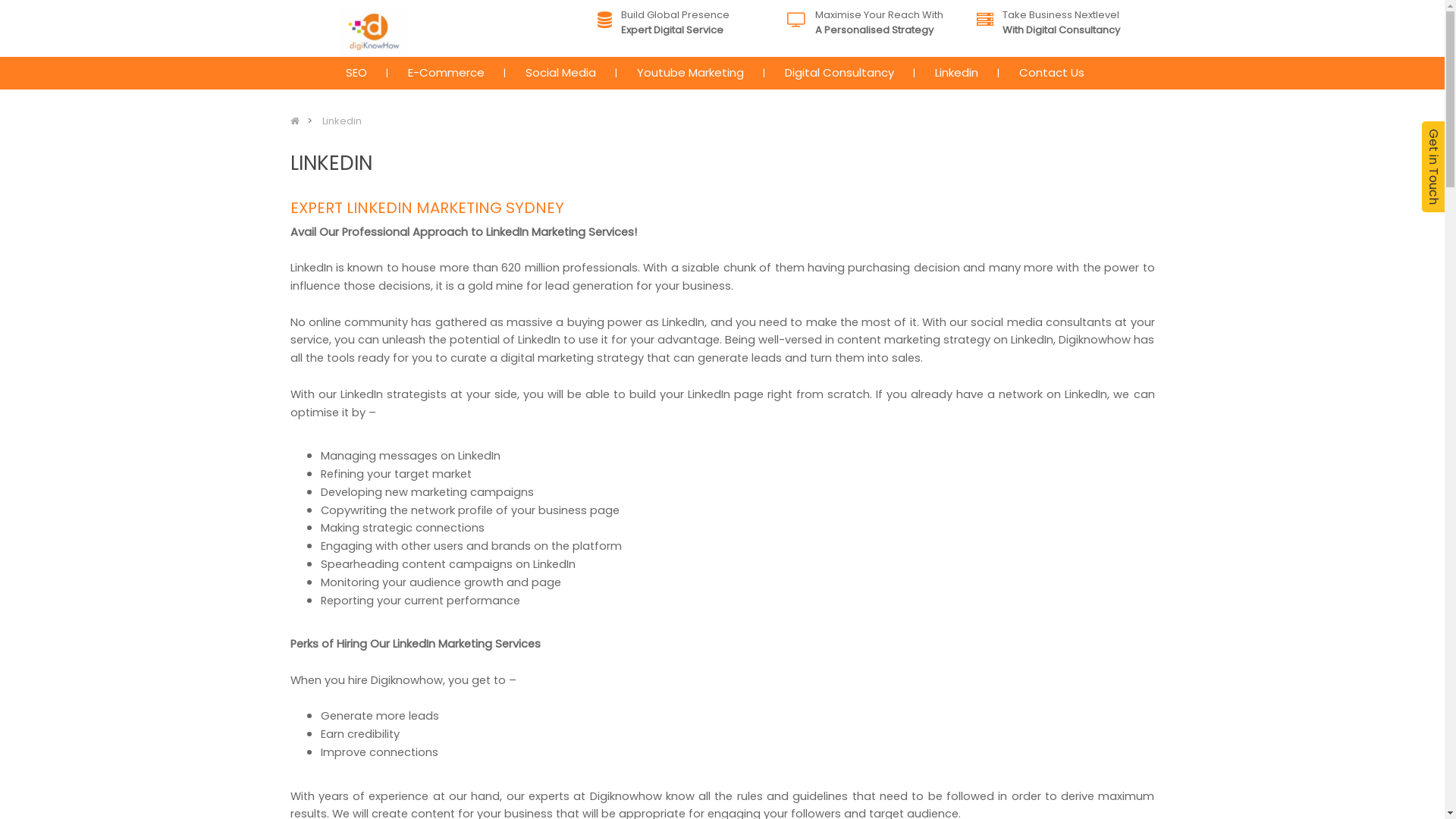 The width and height of the screenshot is (1456, 819). Describe the element at coordinates (355, 73) in the screenshot. I see `'SEO'` at that location.